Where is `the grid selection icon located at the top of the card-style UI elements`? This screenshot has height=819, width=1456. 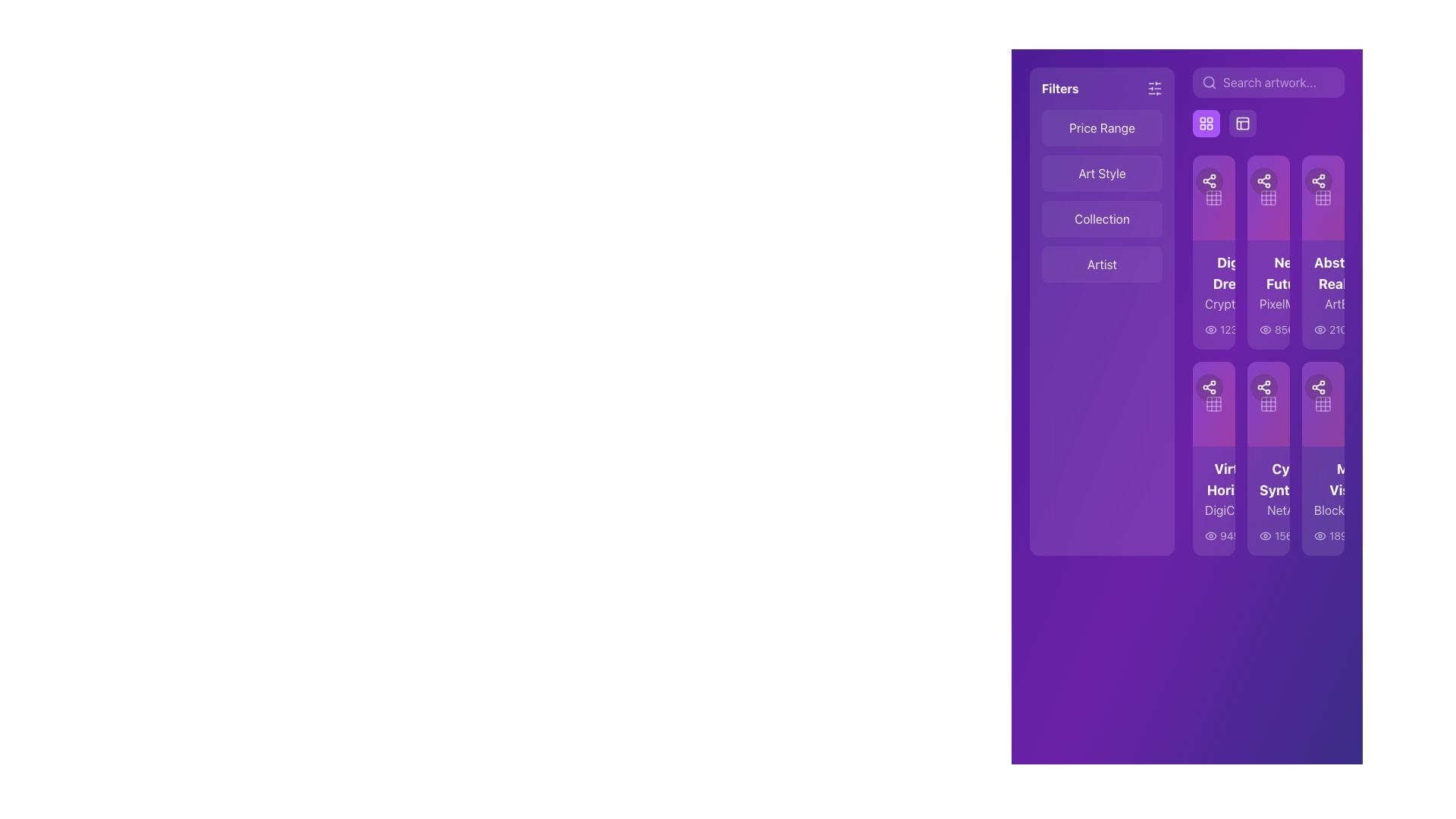 the grid selection icon located at the top of the card-style UI elements is located at coordinates (1214, 197).